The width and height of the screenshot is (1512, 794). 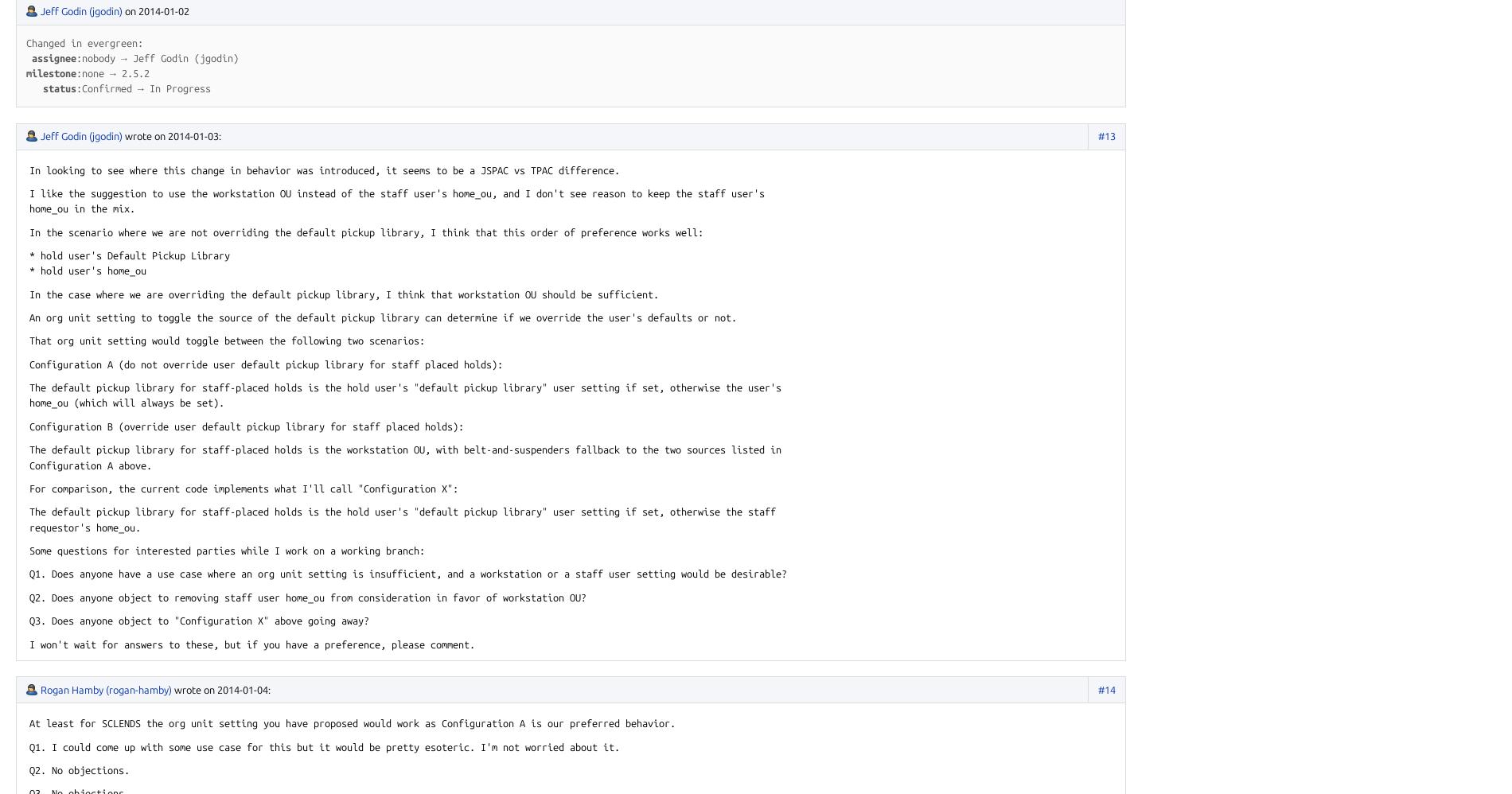 What do you see at coordinates (186, 134) in the screenshot?
I see `'on 2014-01-03'` at bounding box center [186, 134].